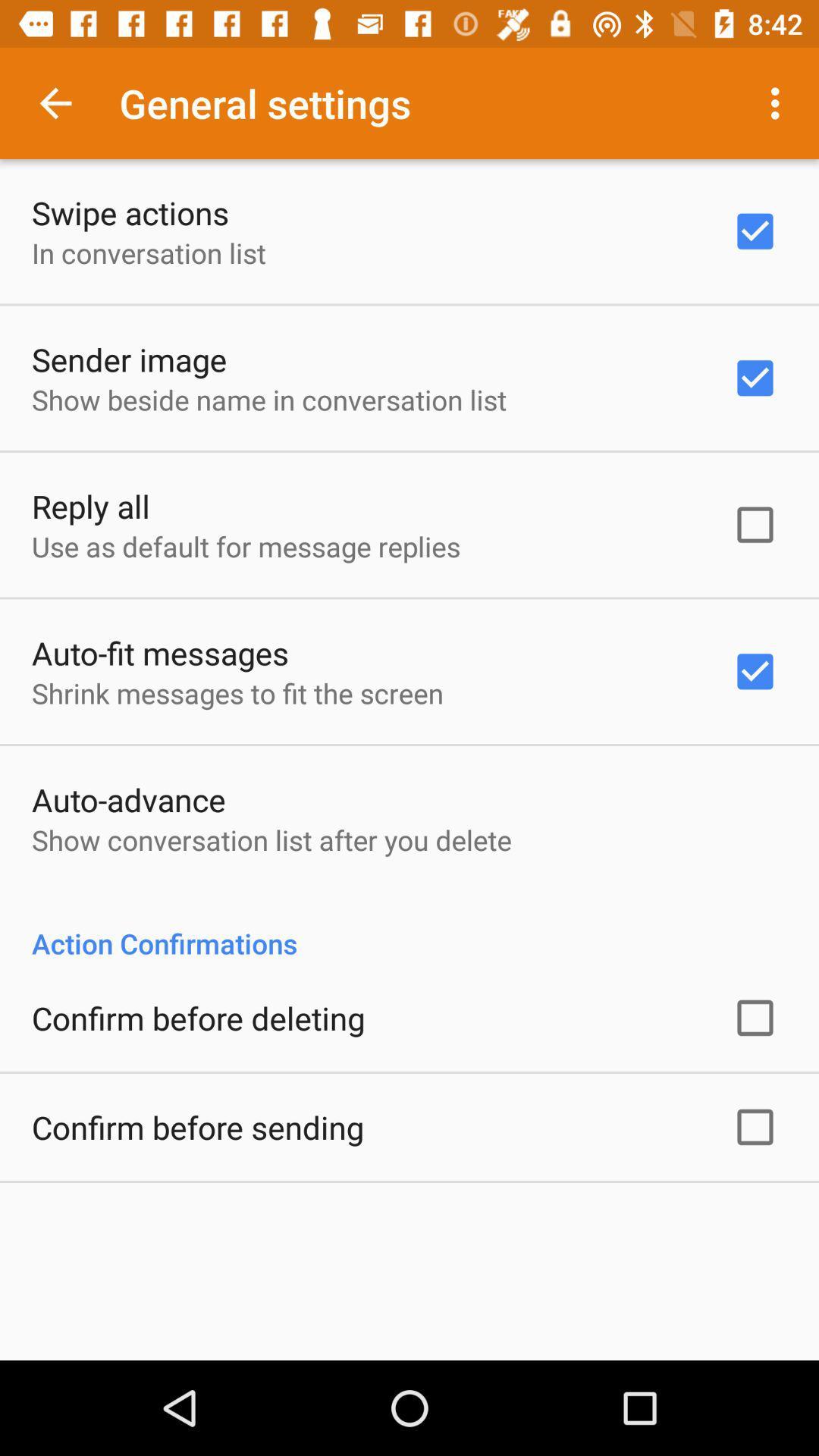 This screenshot has width=819, height=1456. What do you see at coordinates (409, 927) in the screenshot?
I see `app at the center` at bounding box center [409, 927].